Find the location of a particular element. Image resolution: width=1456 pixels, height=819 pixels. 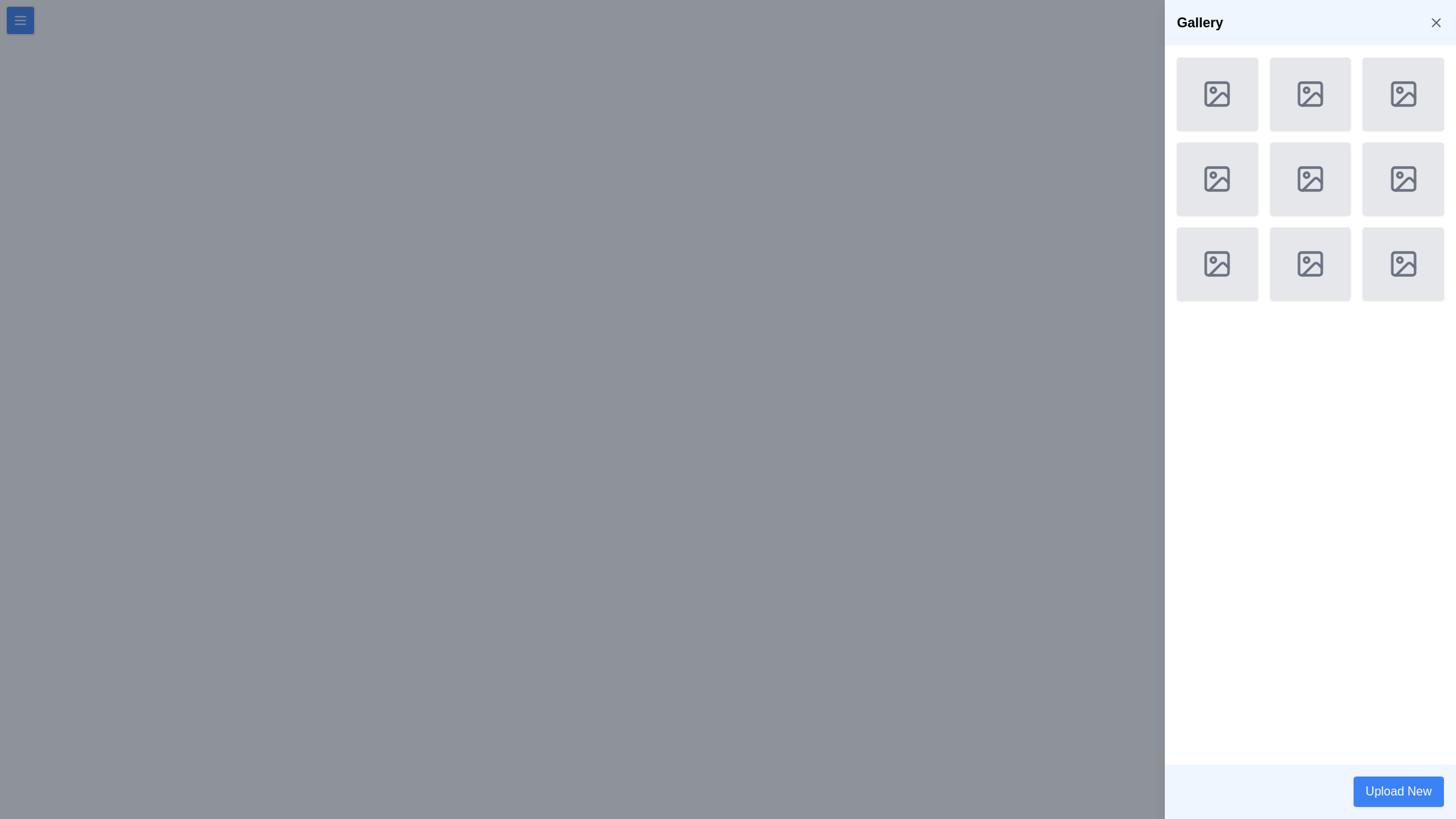

the image placeholder icon located is located at coordinates (1310, 262).